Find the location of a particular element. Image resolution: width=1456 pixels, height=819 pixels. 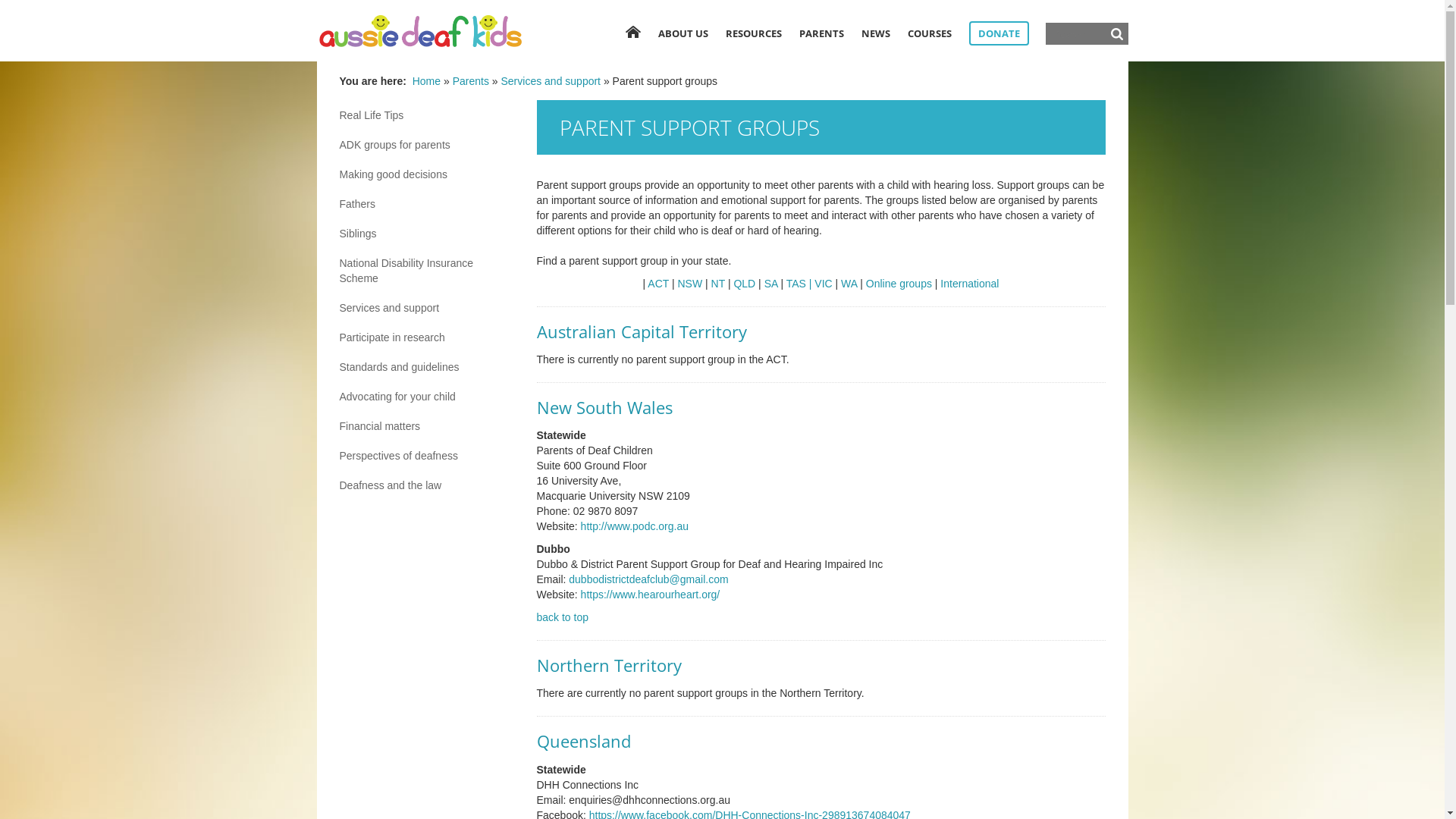

'PARENTS' is located at coordinates (821, 33).